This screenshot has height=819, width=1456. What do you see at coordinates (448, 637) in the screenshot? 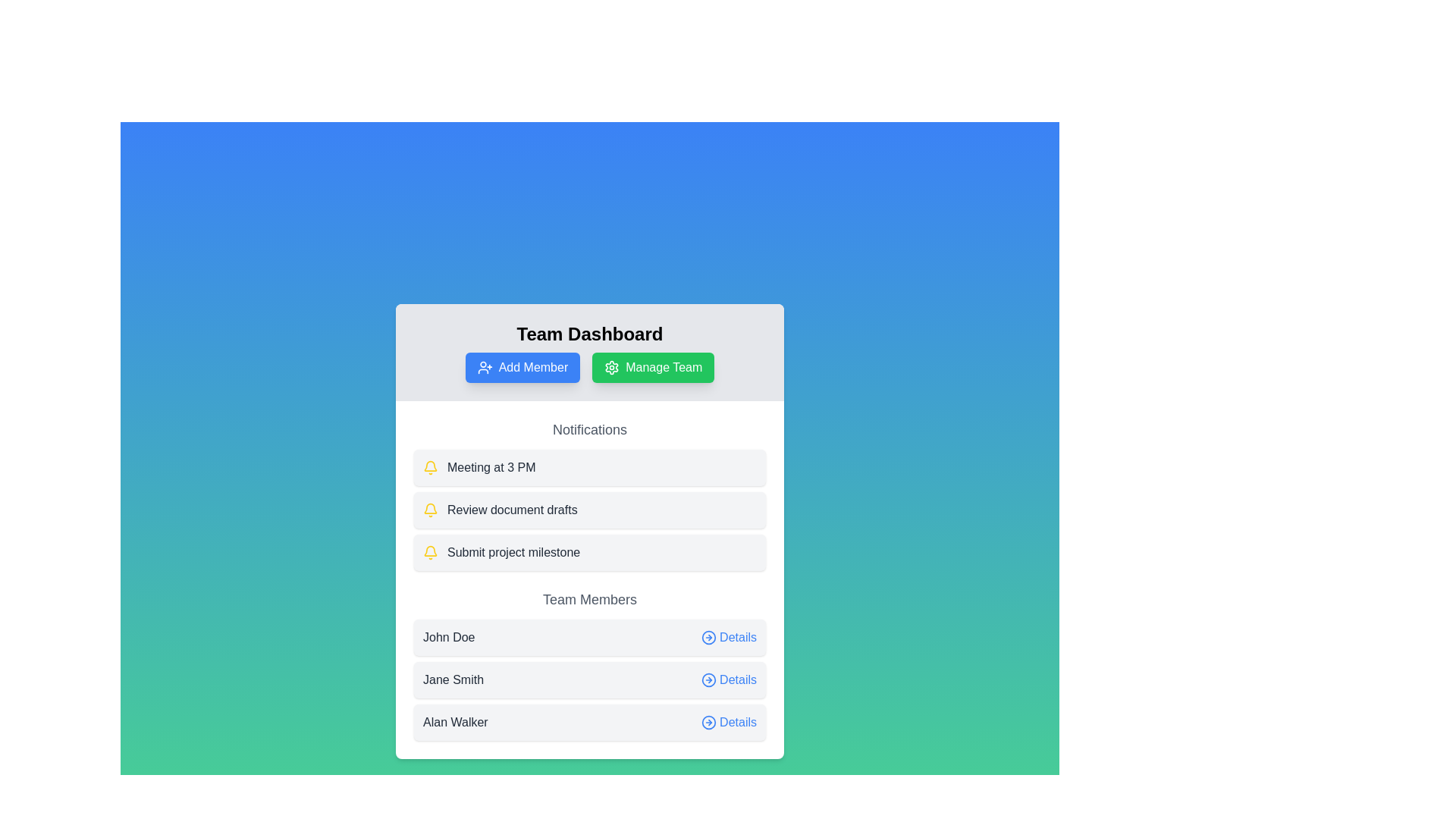
I see `the text label displaying 'John Doe', which is the first item in the 'Team Members' section, located below the 'Notifications' section` at bounding box center [448, 637].